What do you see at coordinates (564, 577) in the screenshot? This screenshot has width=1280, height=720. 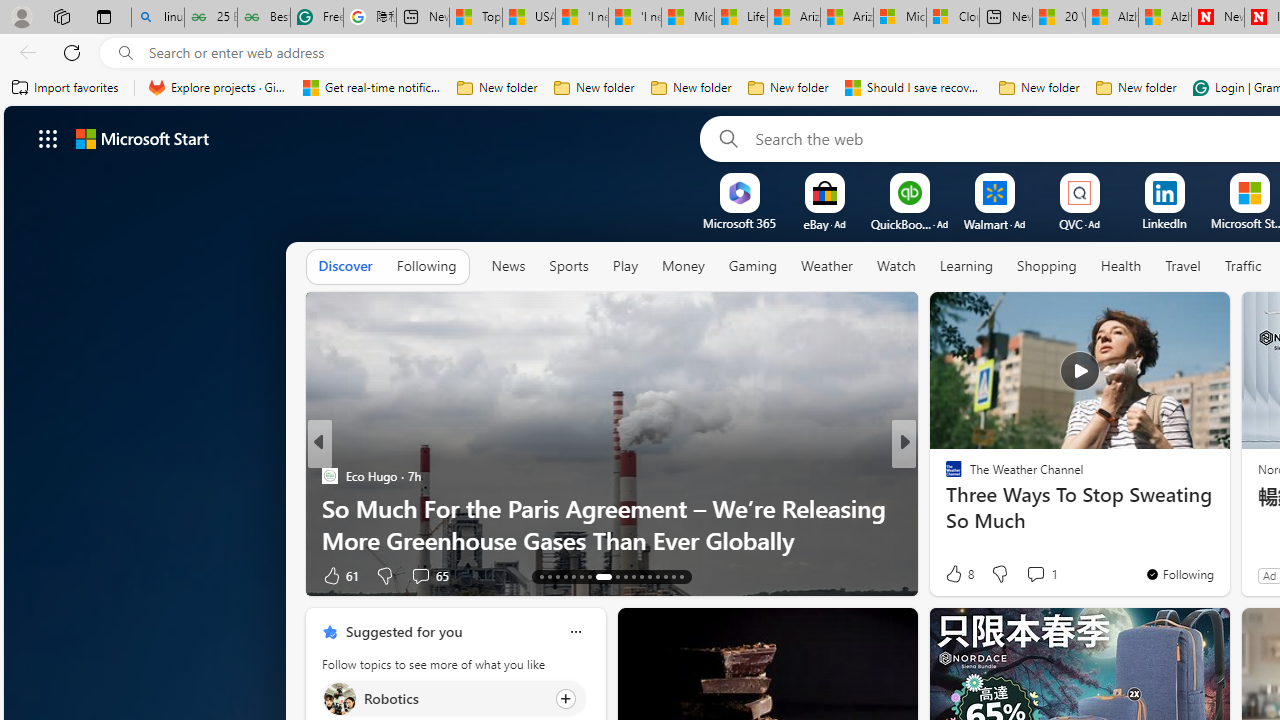 I see `'AutomationID: tab-16'` at bounding box center [564, 577].